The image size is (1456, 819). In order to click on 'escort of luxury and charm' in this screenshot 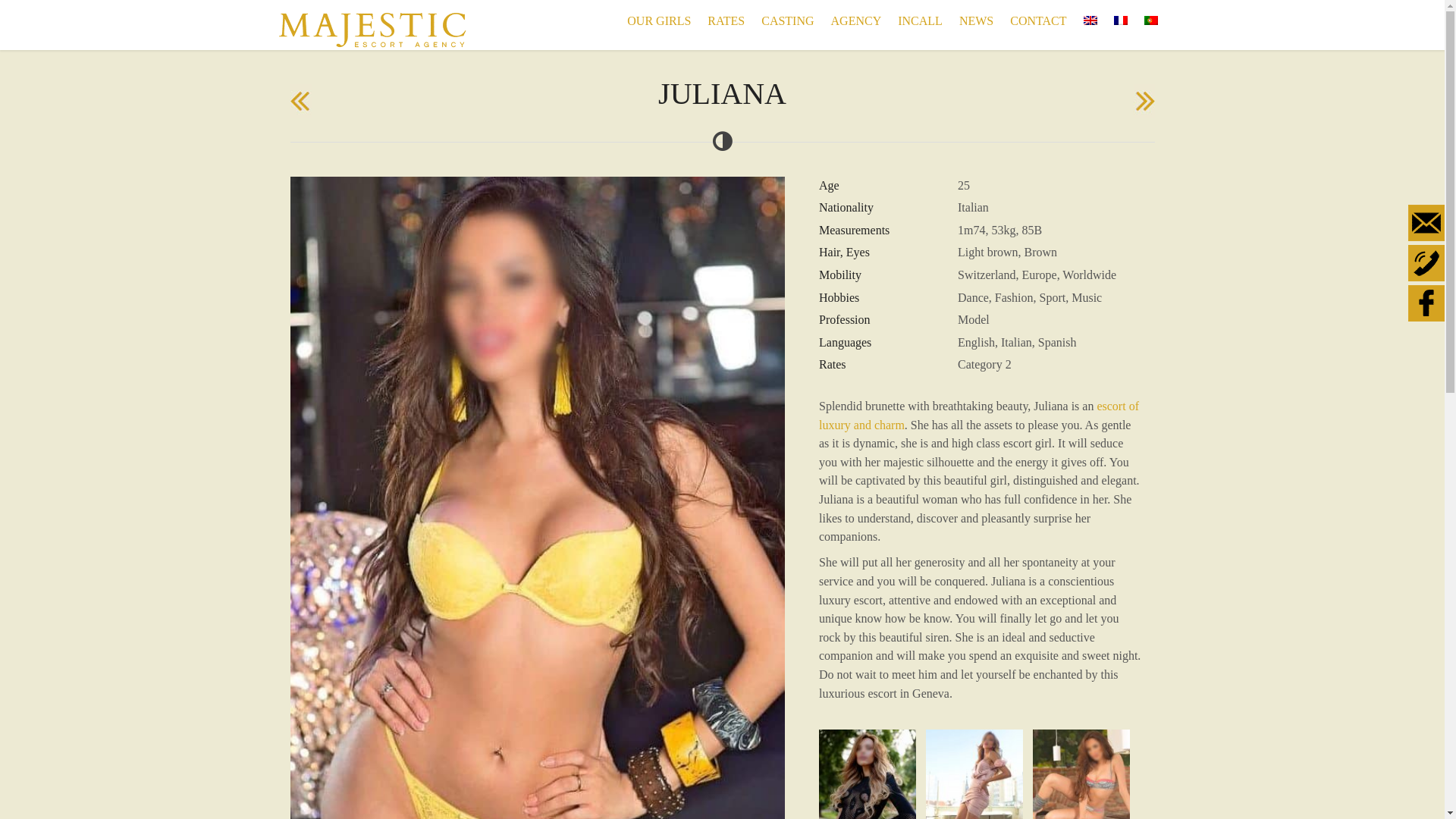, I will do `click(979, 415)`.